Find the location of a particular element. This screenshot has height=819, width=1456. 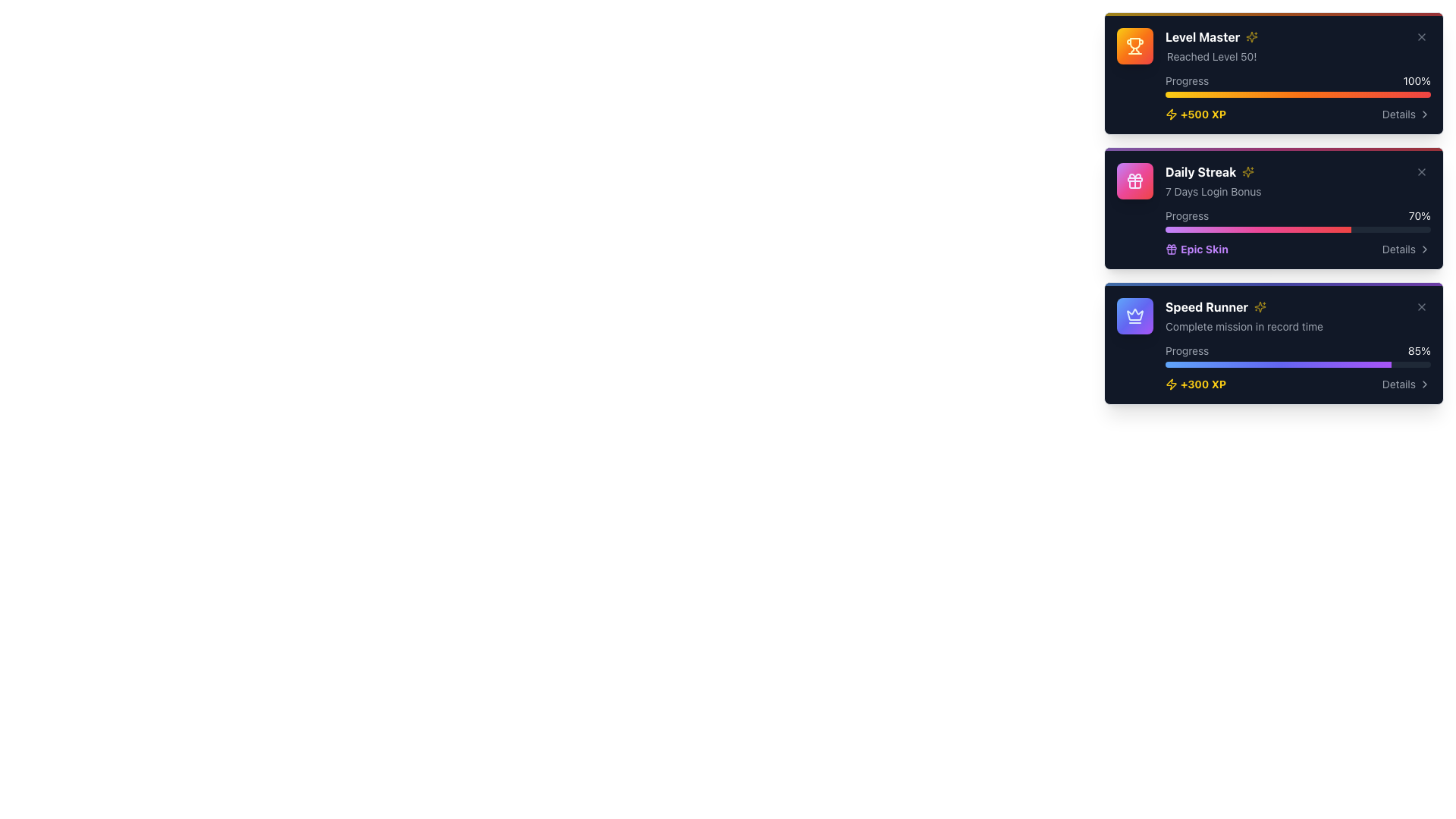

Text label that describes the progress of the 'Speed Runner' task, located in the lower section of the third card from the top, aligned to the left of the card, below the title section, adjacent to the progress bar and the '85%' text, for additional details in the debugging tools is located at coordinates (1186, 350).